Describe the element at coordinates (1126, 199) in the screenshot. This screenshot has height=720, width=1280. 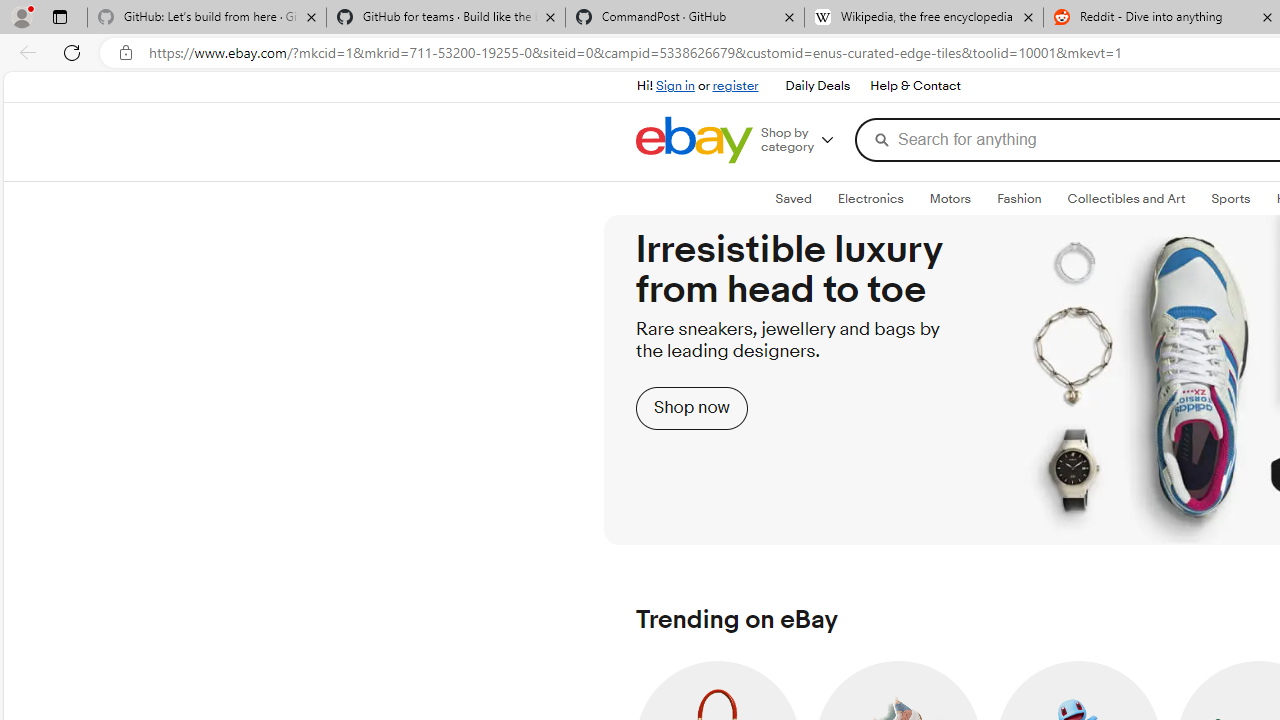
I see `'Collectibles and ArtExpand: Collectibles and Art'` at that location.